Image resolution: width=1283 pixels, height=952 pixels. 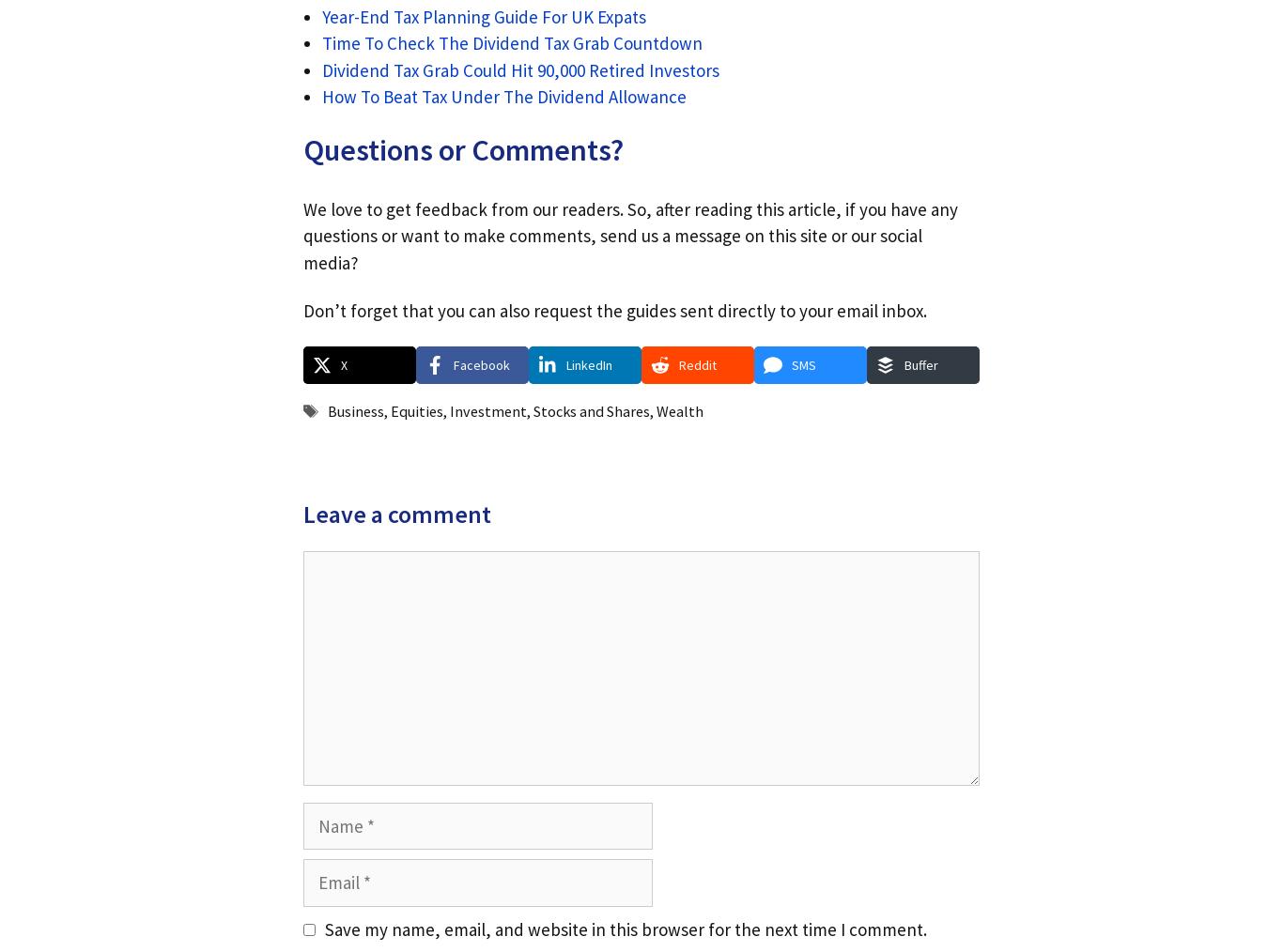 What do you see at coordinates (679, 411) in the screenshot?
I see `'Wealth'` at bounding box center [679, 411].